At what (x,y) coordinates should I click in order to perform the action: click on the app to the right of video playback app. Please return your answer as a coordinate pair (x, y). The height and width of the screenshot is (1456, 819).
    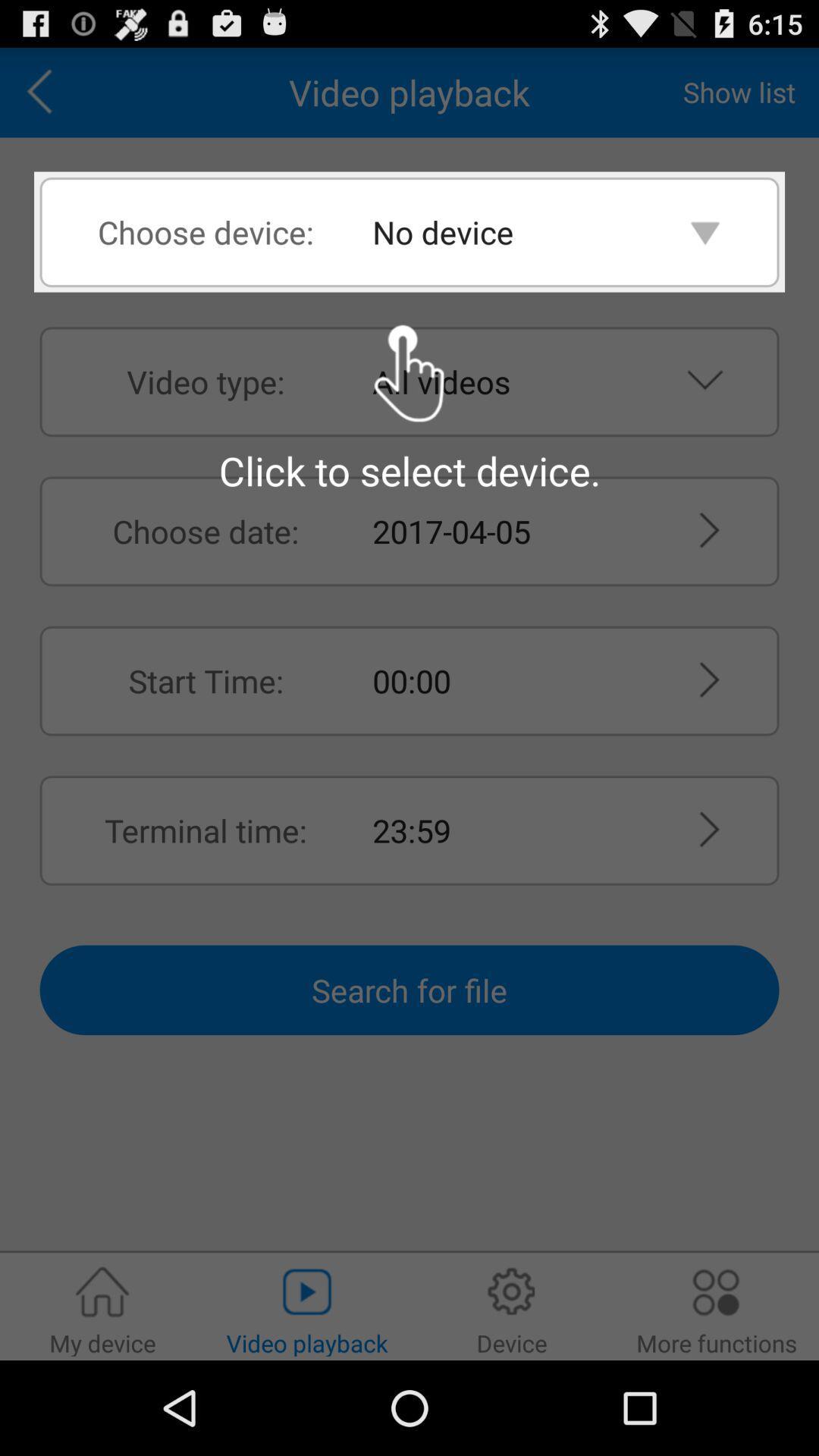
    Looking at the image, I should click on (739, 91).